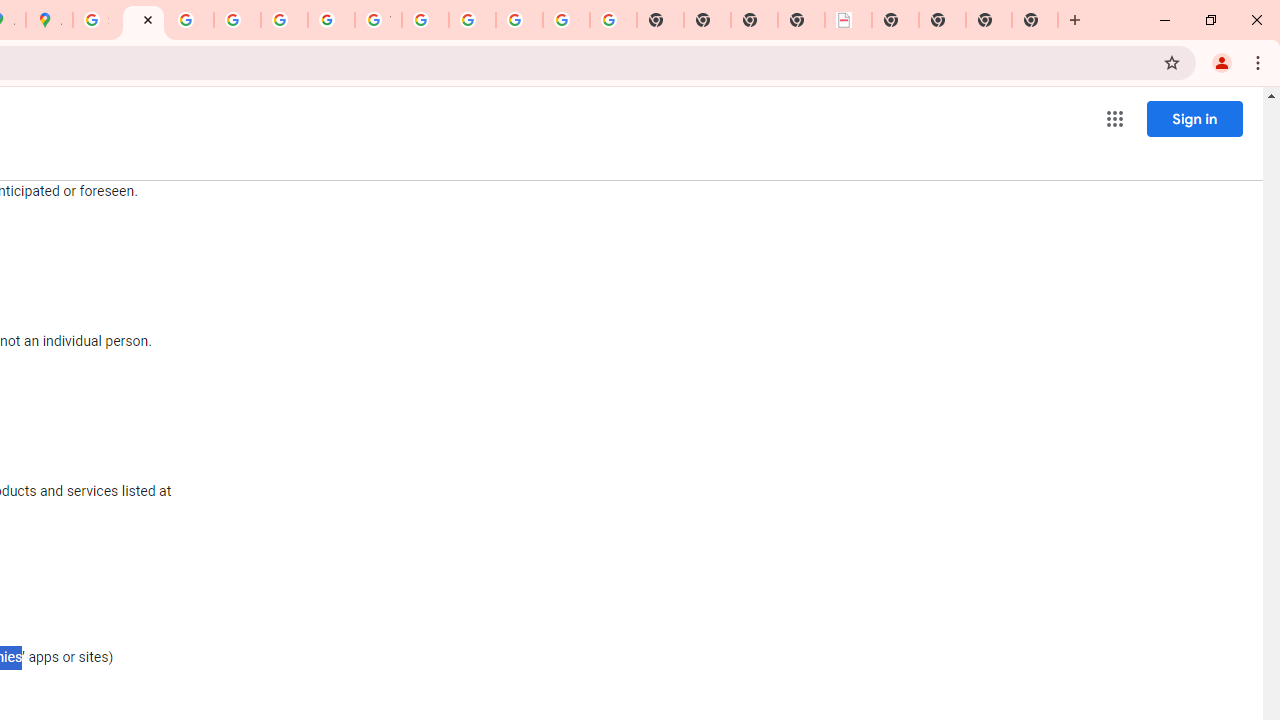  I want to click on 'LAAD Defence & Security 2025 | BAE Systems', so click(848, 20).